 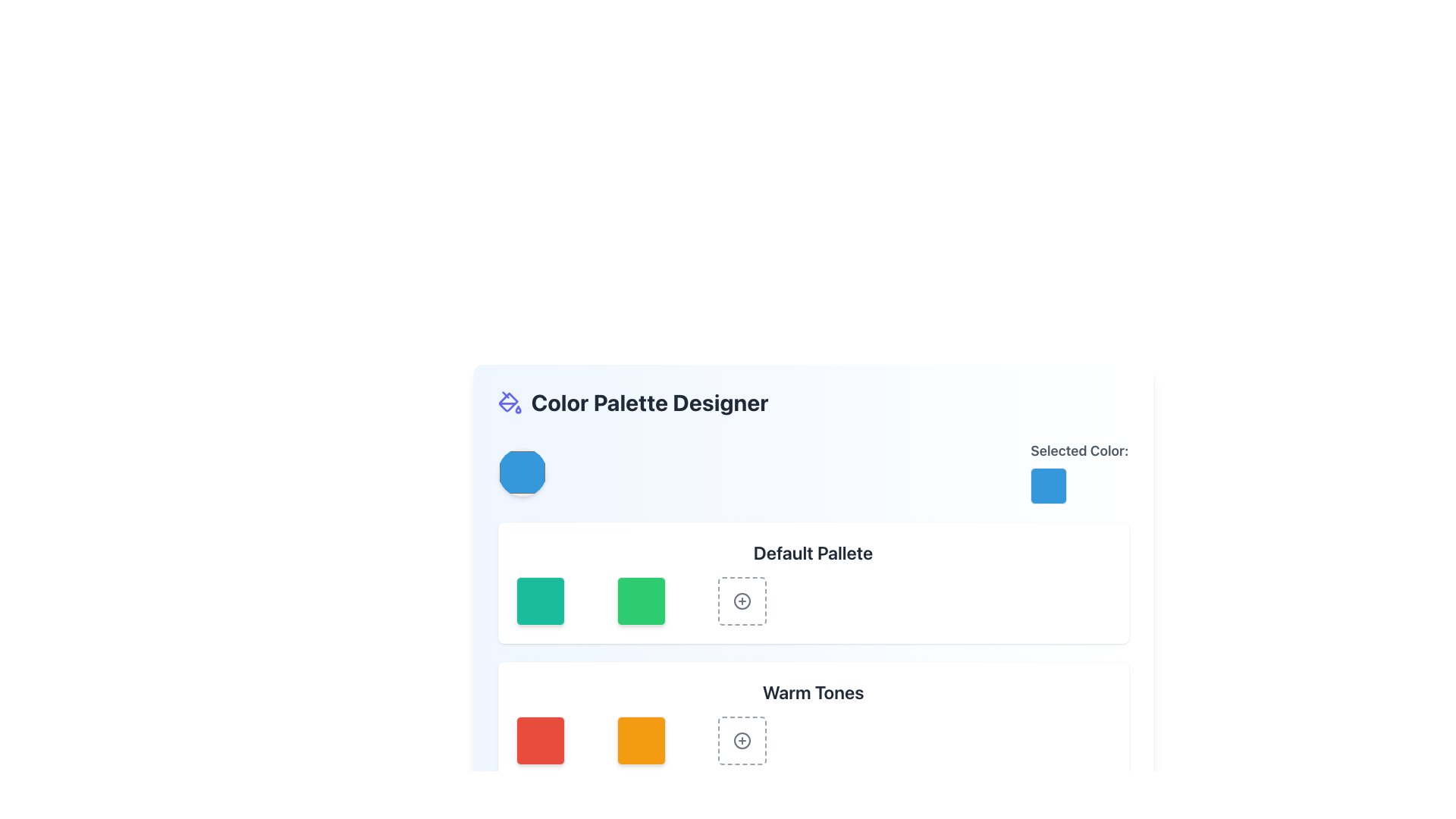 What do you see at coordinates (540, 739) in the screenshot?
I see `the first red color swatch in the 'Warm Tones' color palette` at bounding box center [540, 739].